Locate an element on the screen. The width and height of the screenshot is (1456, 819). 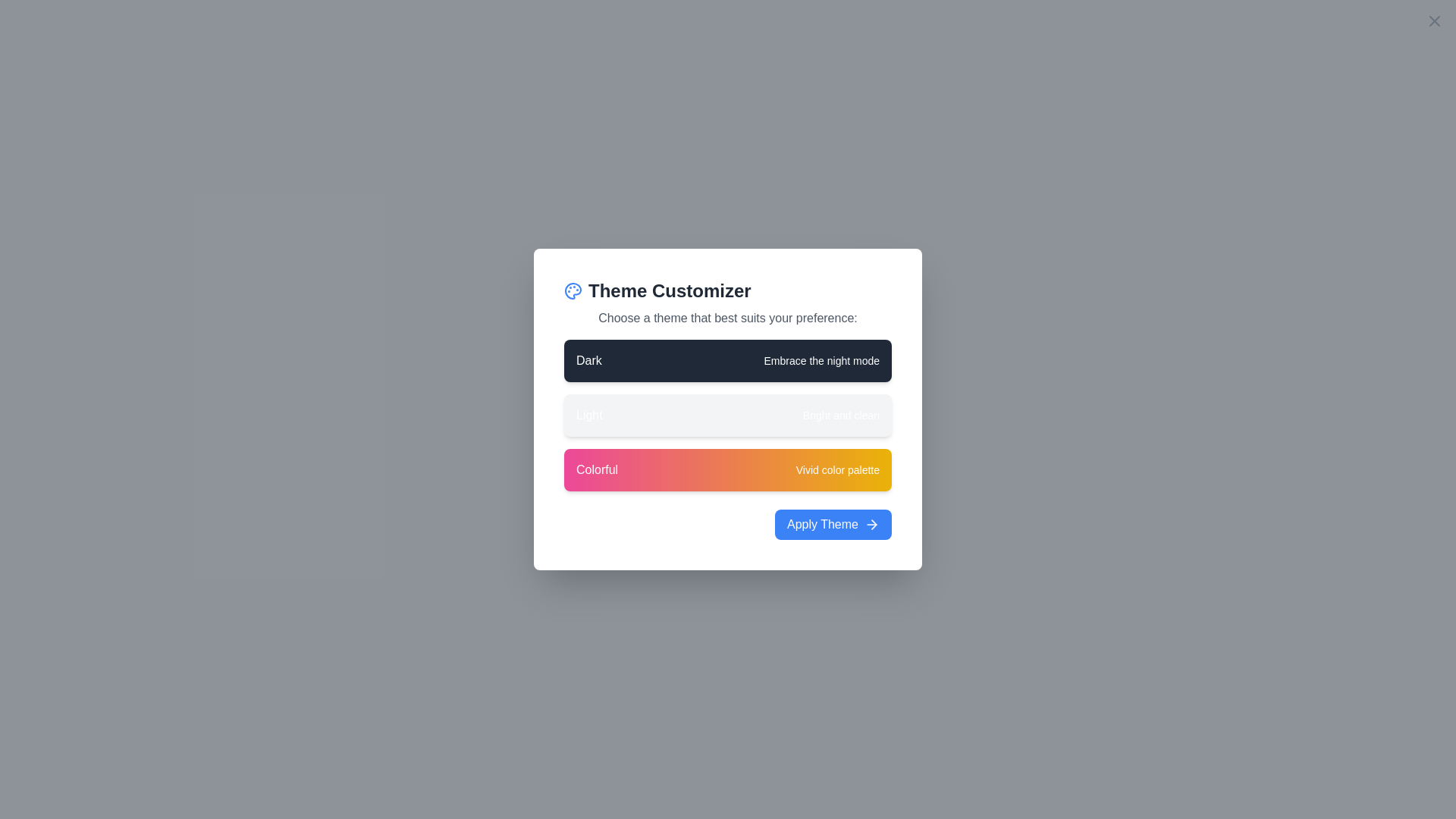
section heading text 'Theme Customizer', which is a bold, large header in dark gray color located at the top of the inner card interface is located at coordinates (728, 291).